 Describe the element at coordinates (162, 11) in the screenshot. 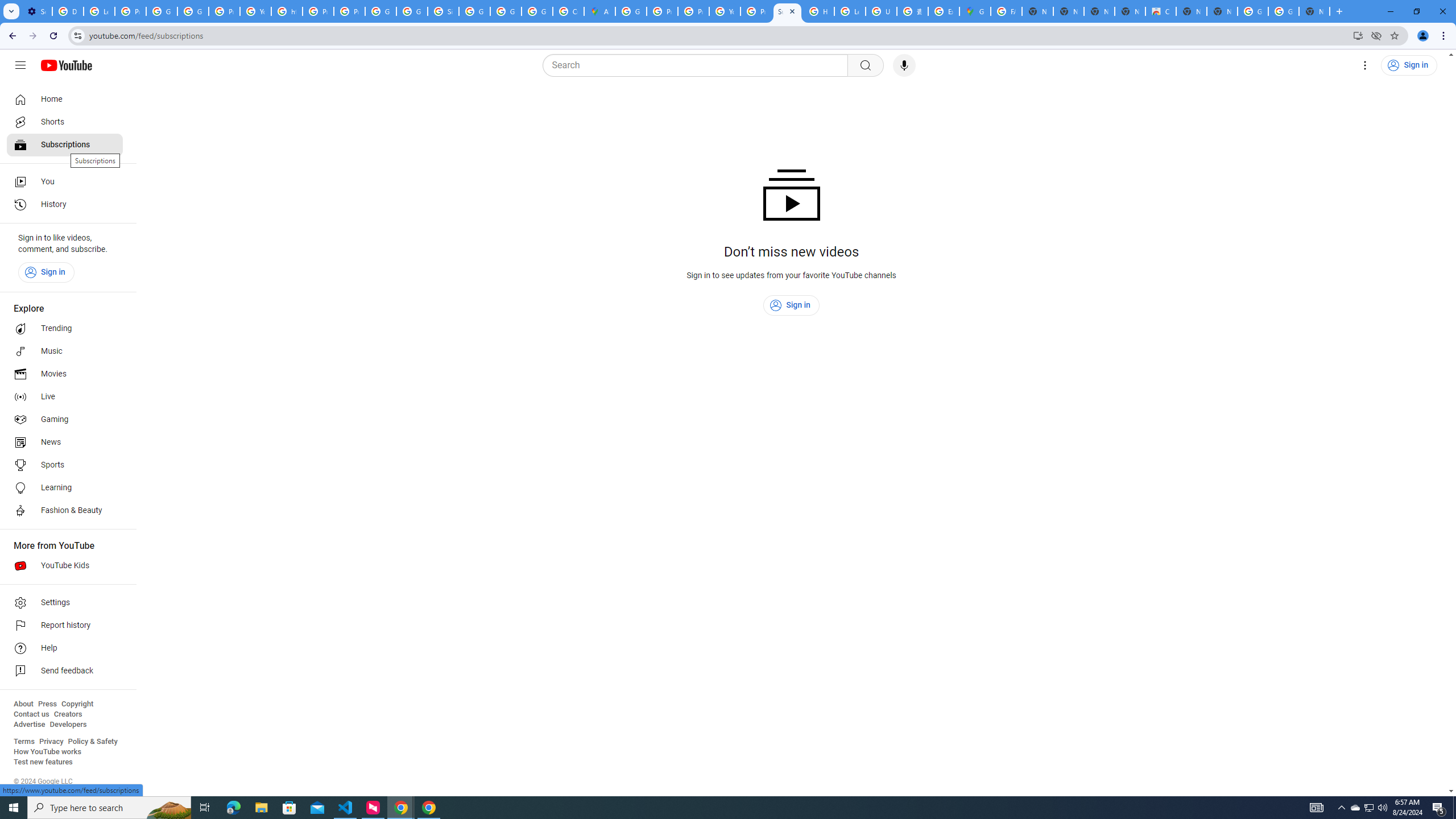

I see `'Google Account Help'` at that location.